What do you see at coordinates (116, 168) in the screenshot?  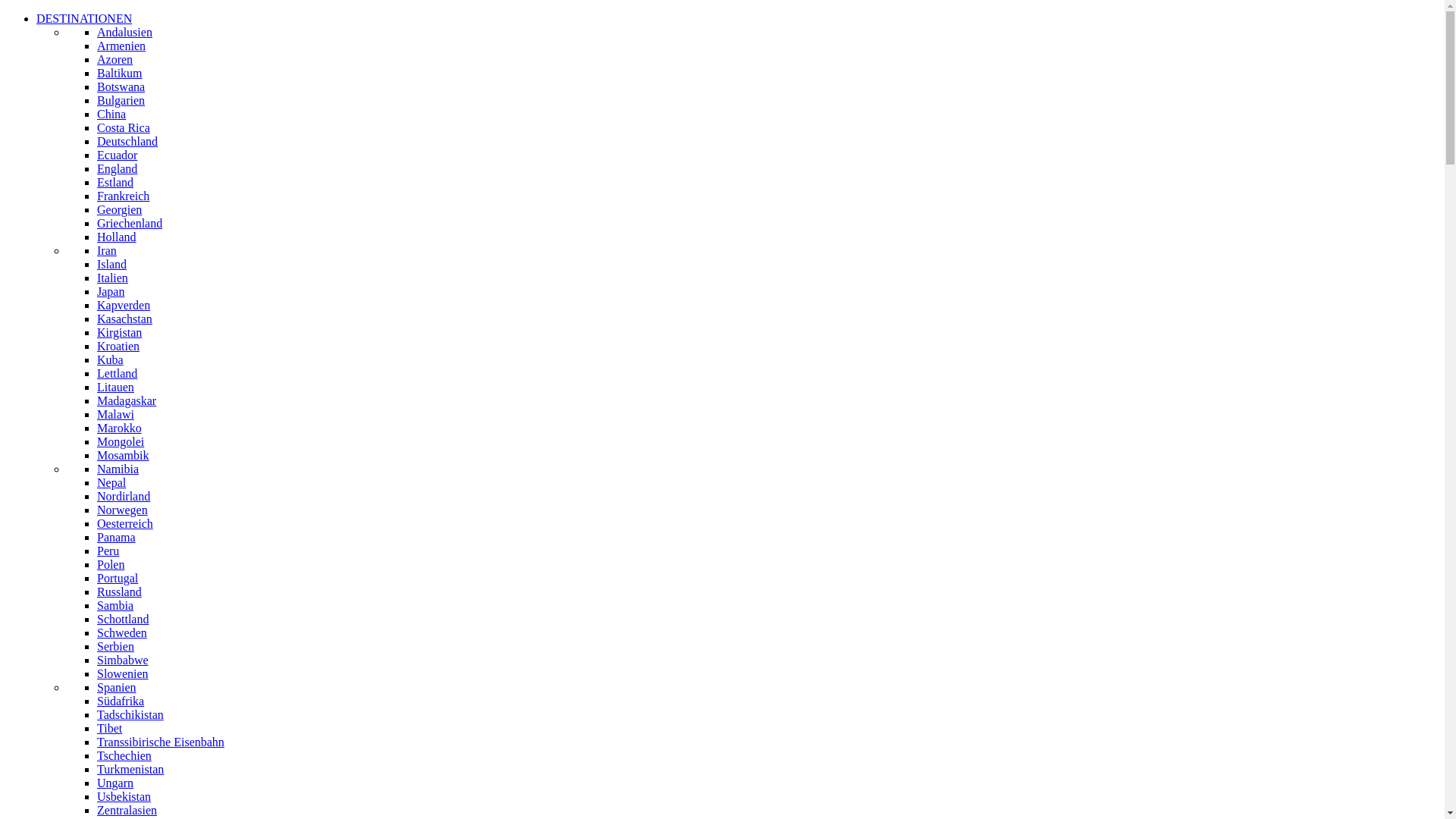 I see `'England'` at bounding box center [116, 168].